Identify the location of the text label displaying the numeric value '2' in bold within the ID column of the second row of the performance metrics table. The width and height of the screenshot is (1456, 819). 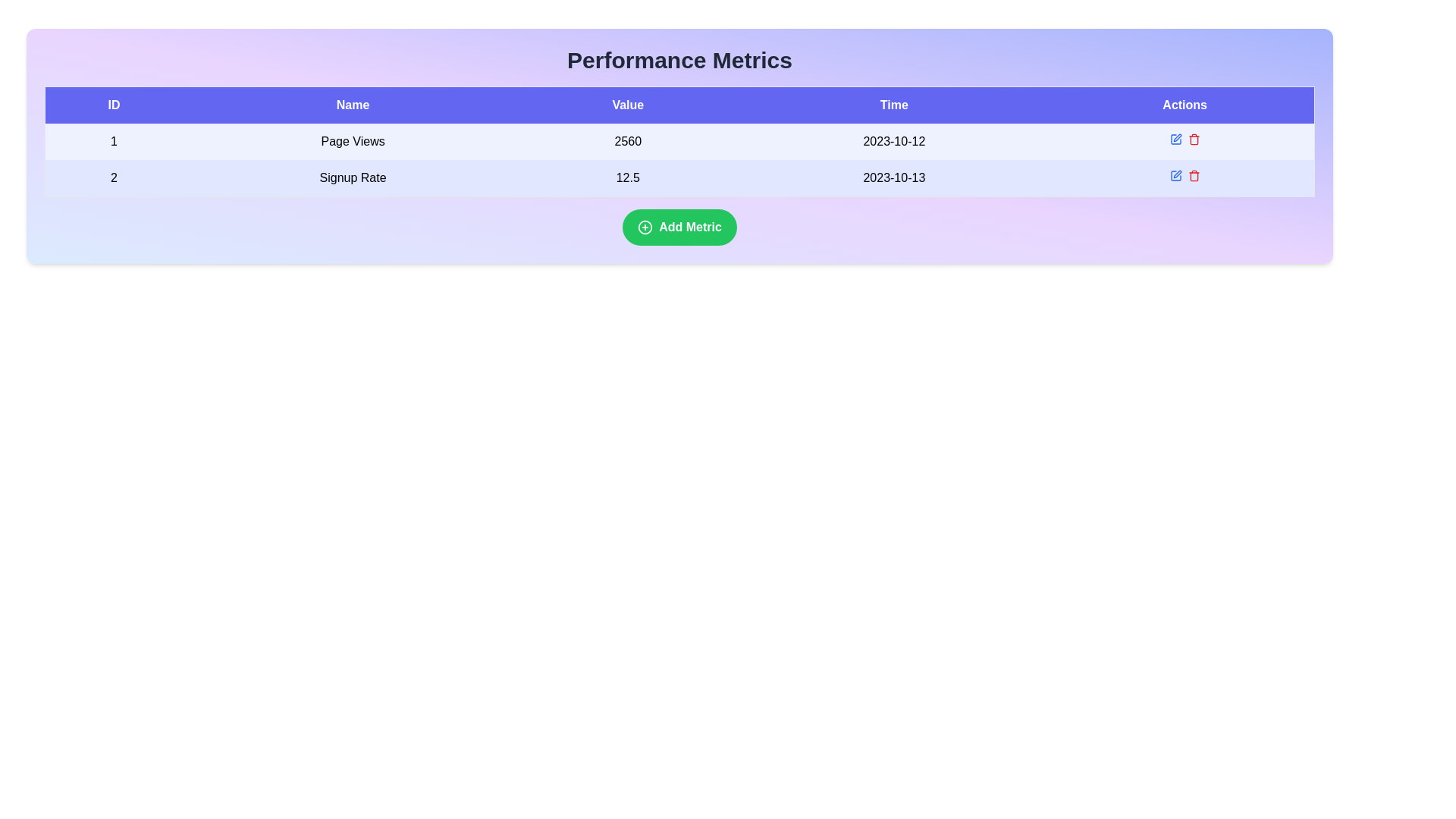
(113, 177).